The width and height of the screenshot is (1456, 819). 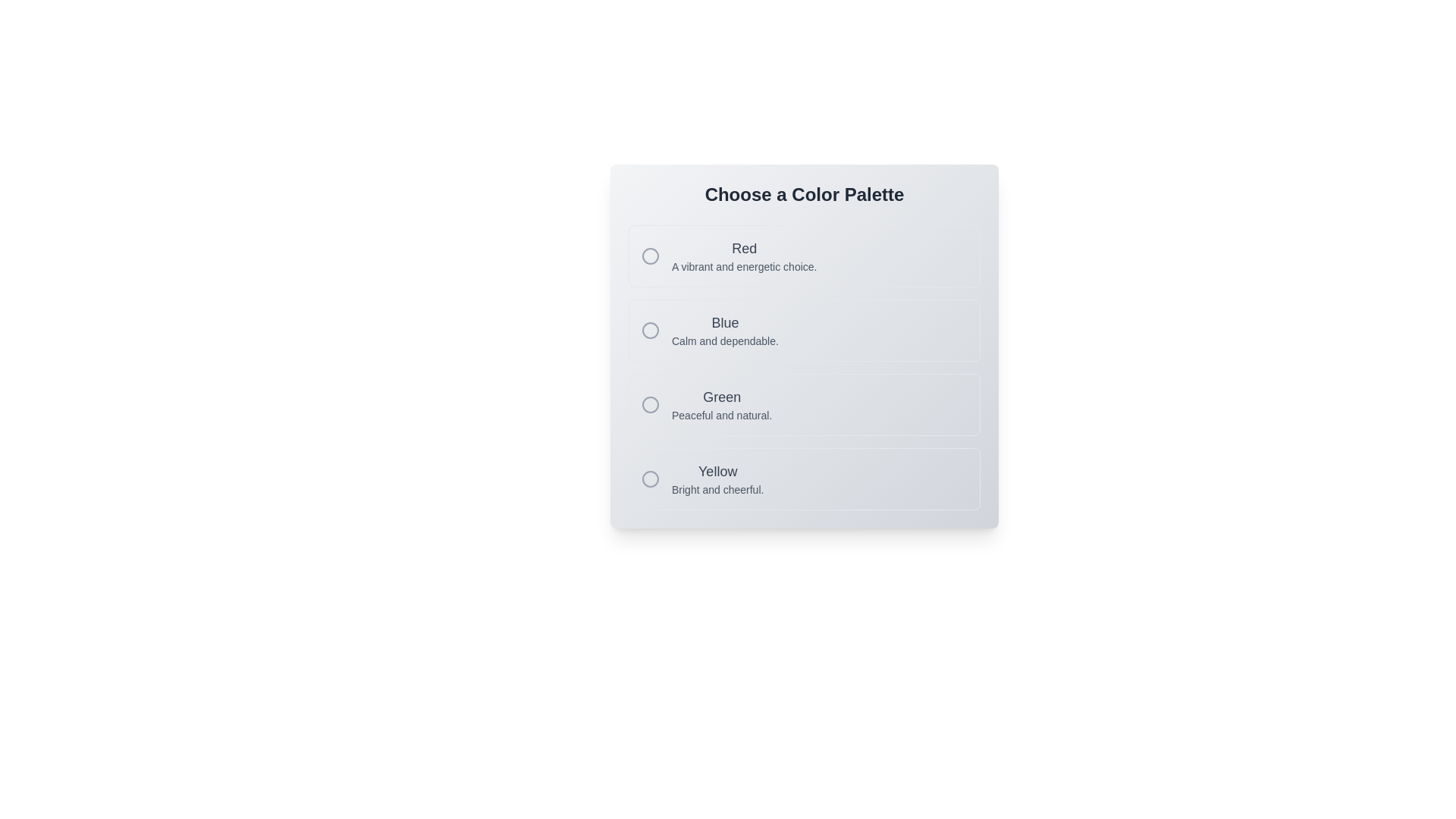 I want to click on the static text element that provides a descriptive tagline for the 'Red' option in the color palette selection, located immediately below the word 'Red', so click(x=744, y=265).